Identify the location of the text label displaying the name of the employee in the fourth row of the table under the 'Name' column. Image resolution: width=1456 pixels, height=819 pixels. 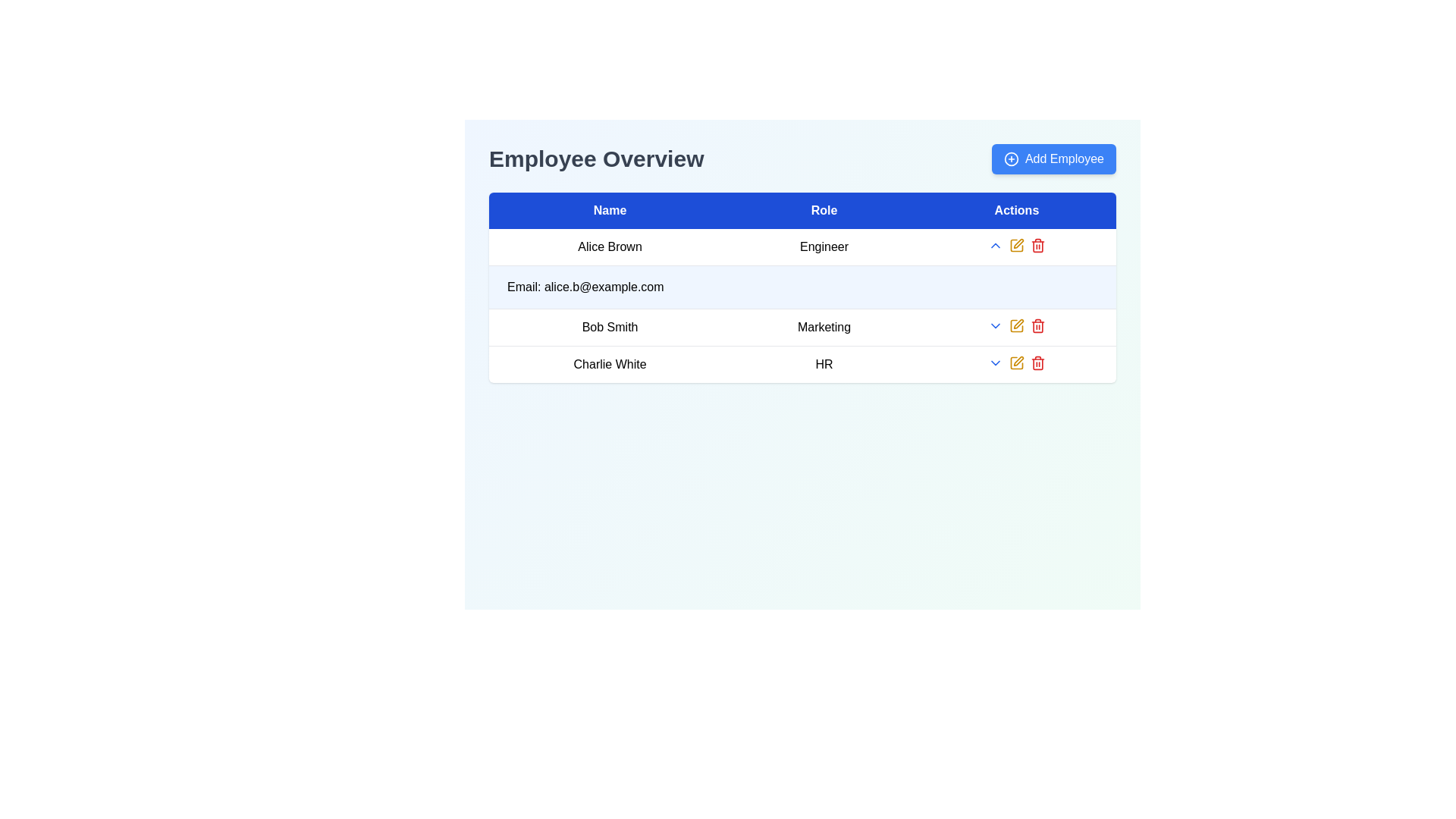
(610, 364).